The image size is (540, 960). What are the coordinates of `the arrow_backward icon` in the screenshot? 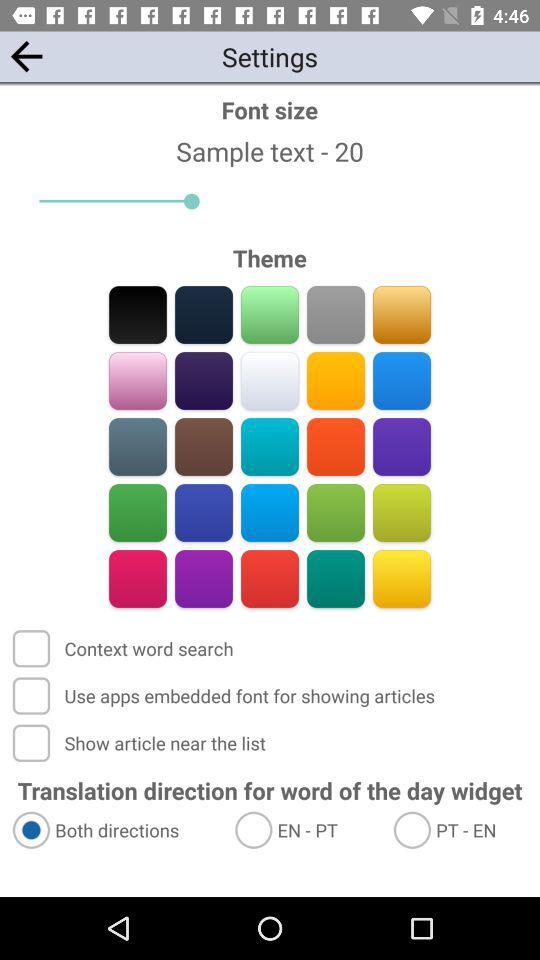 It's located at (25, 55).